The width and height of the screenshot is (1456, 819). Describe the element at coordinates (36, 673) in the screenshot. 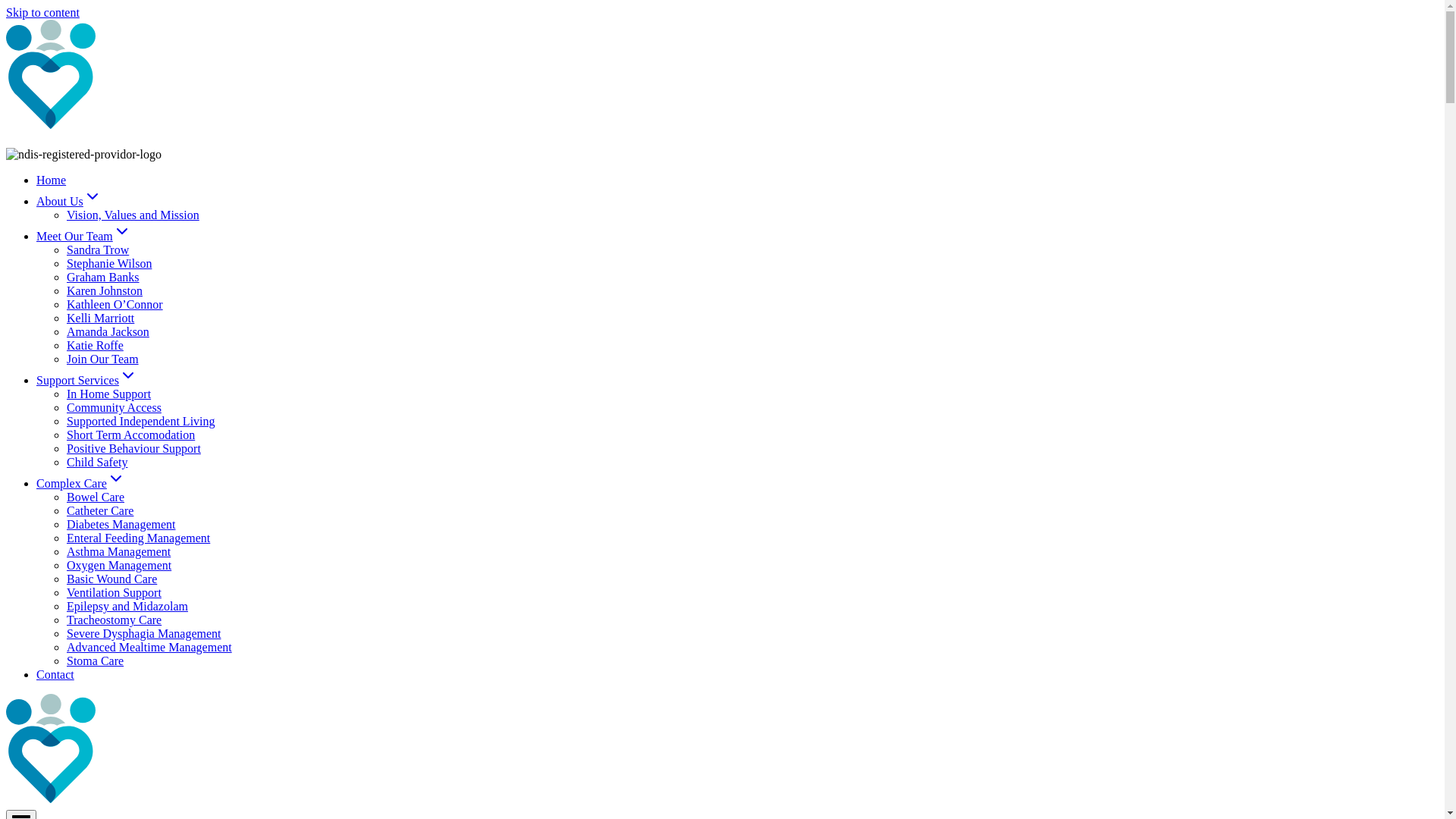

I see `'Contact'` at that location.